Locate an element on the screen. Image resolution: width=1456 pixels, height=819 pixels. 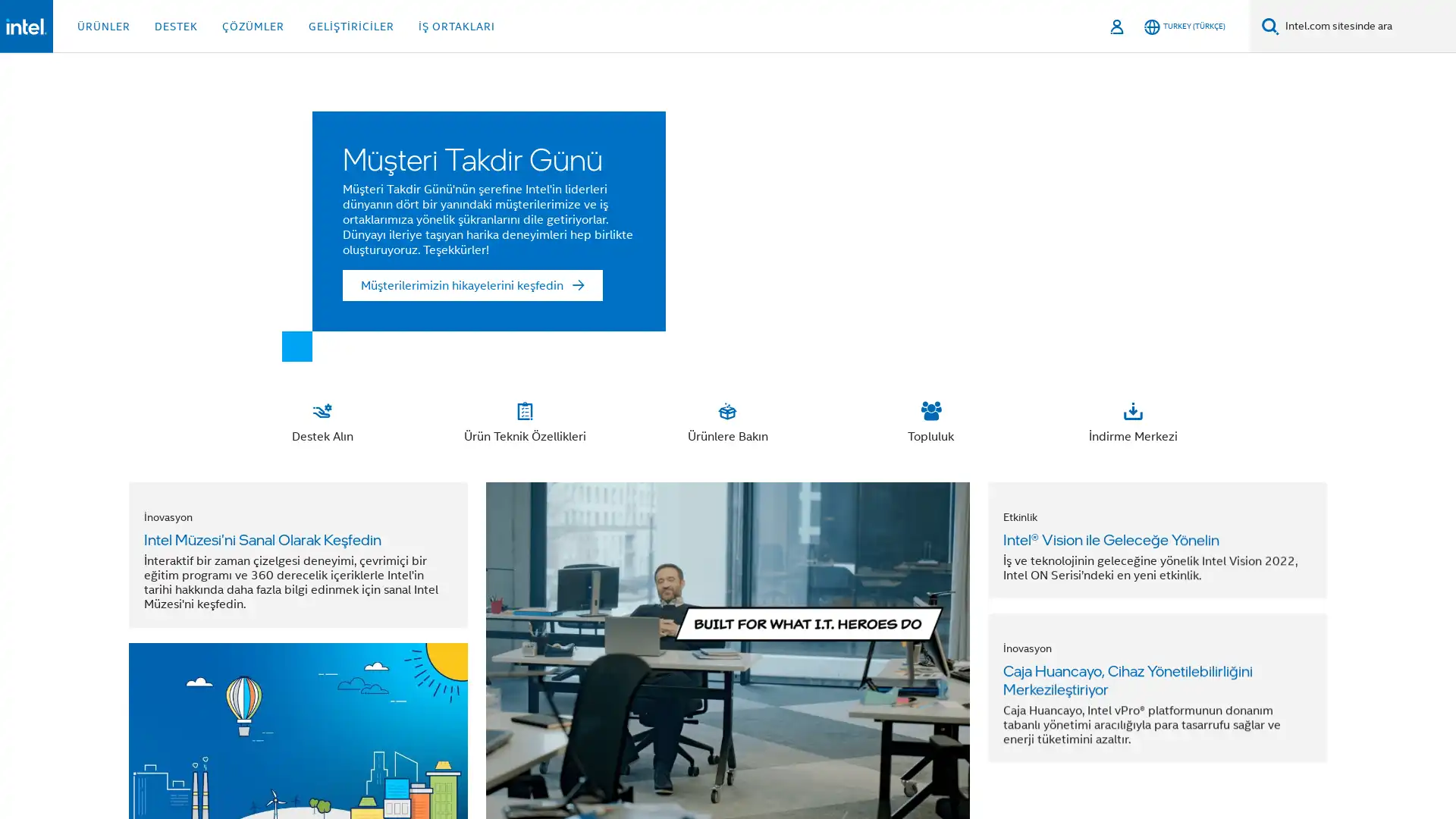
Search is located at coordinates (1270, 26).